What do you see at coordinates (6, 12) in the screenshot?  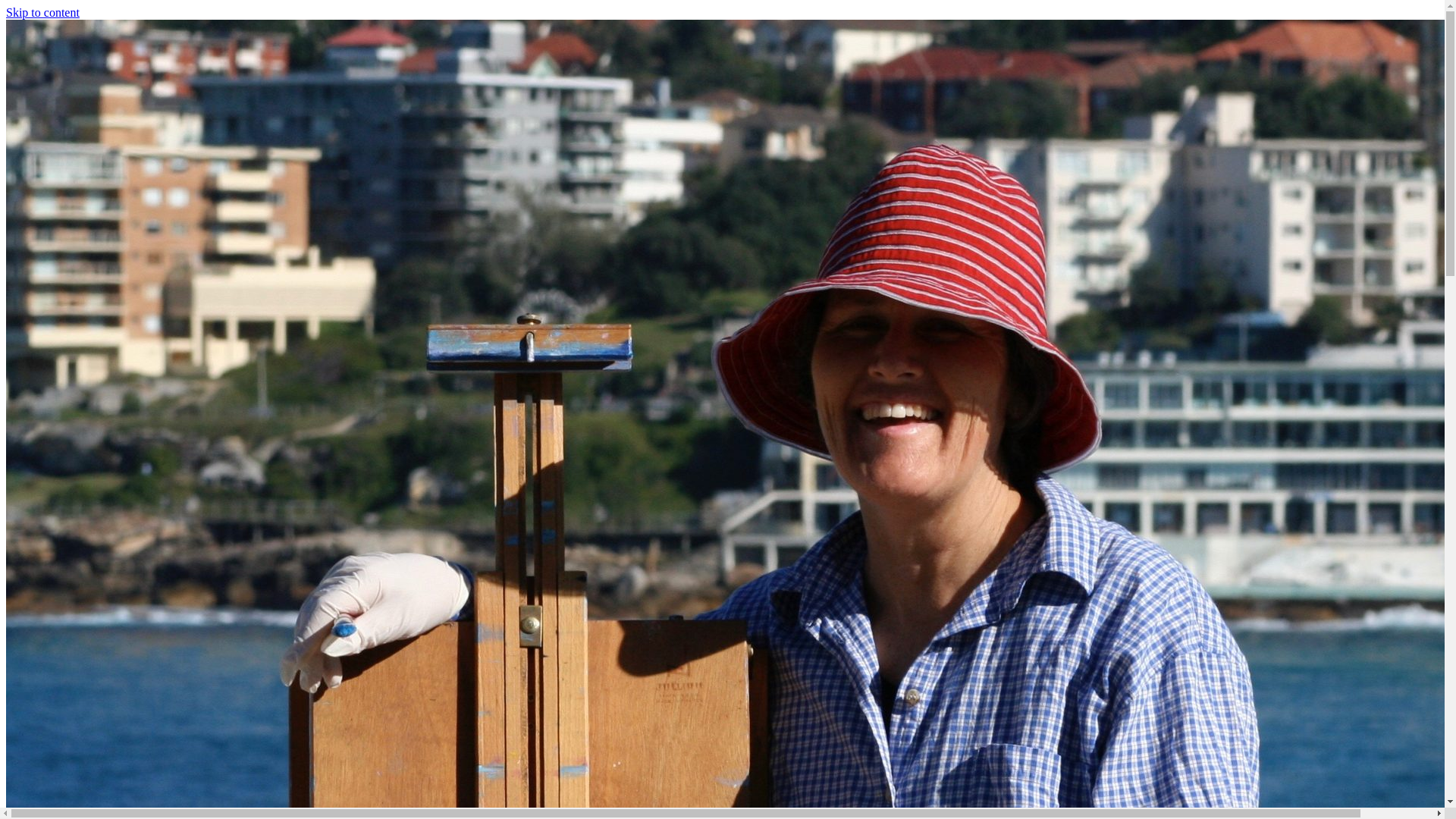 I see `'Skip to content'` at bounding box center [6, 12].